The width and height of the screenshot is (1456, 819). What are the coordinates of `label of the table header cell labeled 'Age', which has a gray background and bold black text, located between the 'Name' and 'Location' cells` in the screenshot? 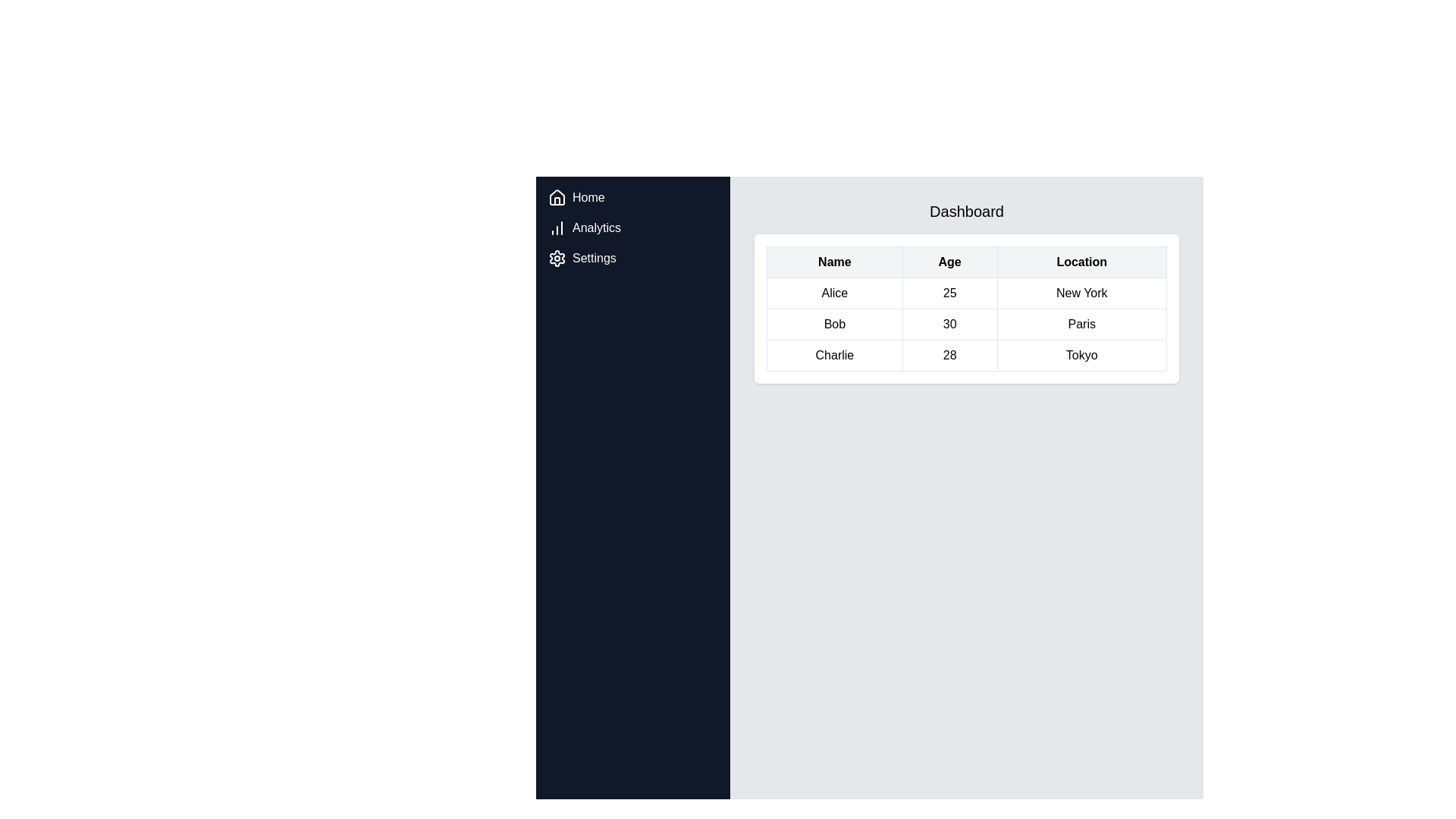 It's located at (949, 262).